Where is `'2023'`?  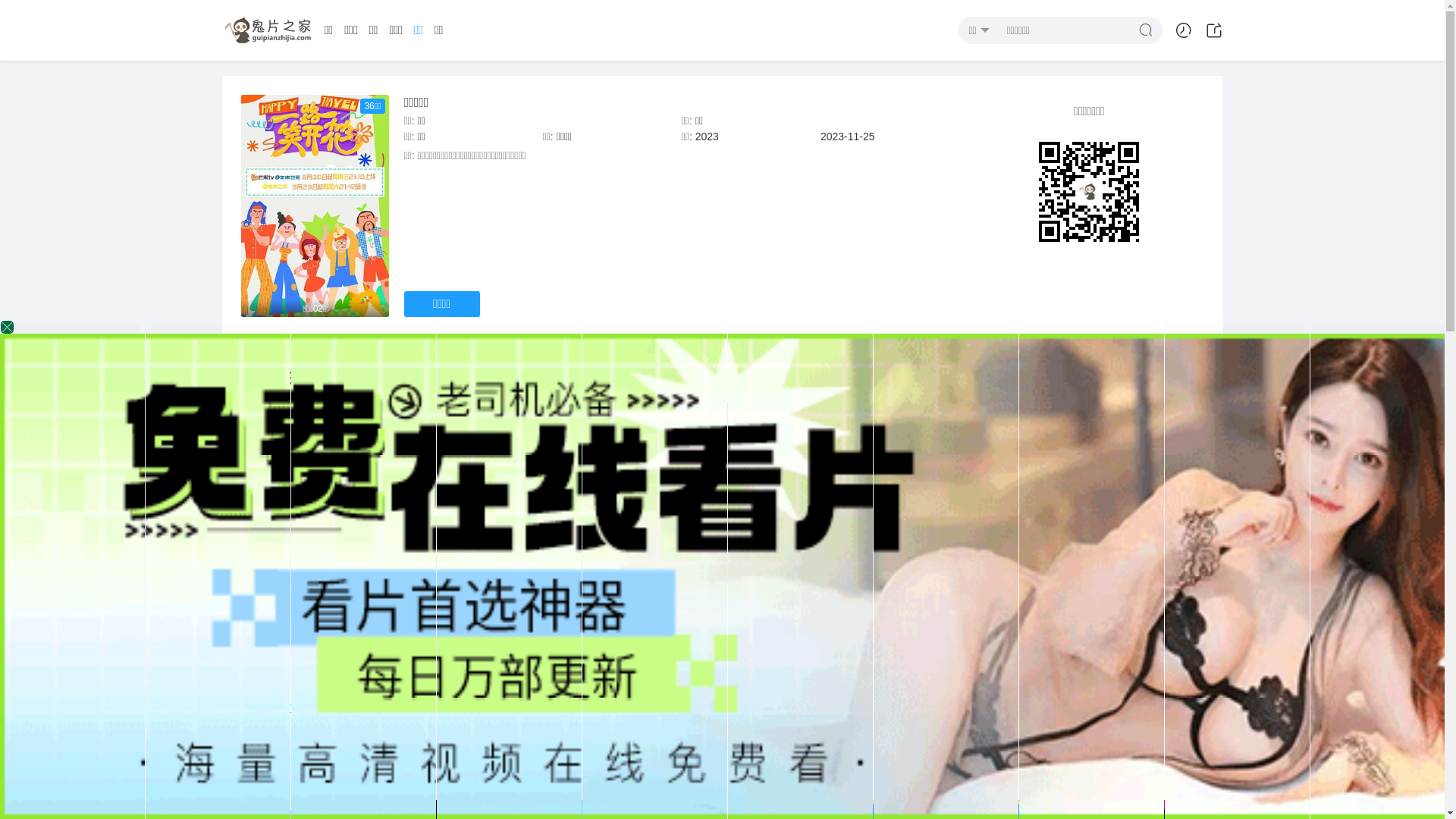 '2023' is located at coordinates (706, 136).